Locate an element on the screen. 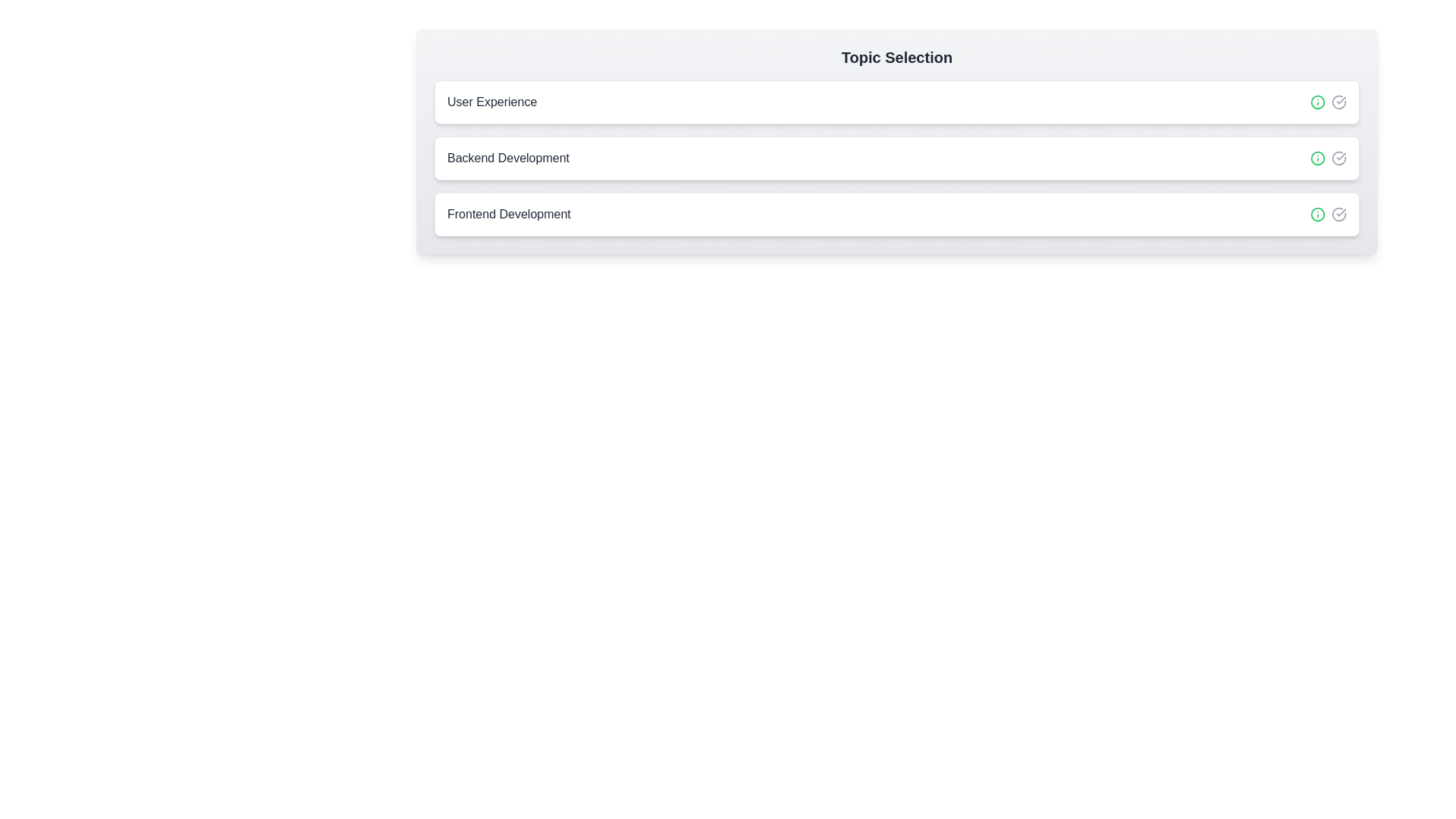 This screenshot has height=819, width=1456. the chip labeled 'Frontend Development' to observe the hover effect is located at coordinates (896, 214).